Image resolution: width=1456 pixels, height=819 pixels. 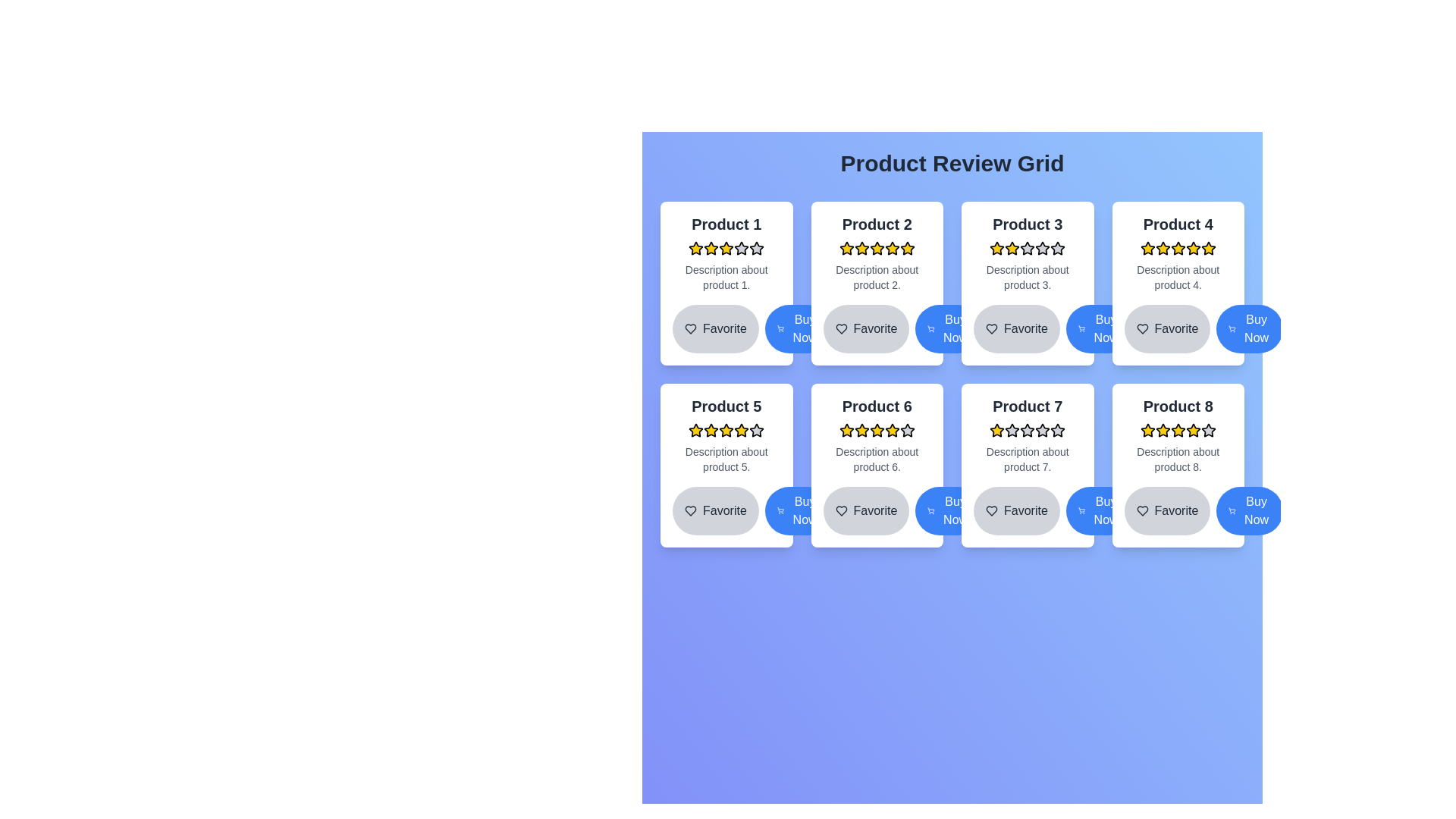 What do you see at coordinates (1177, 430) in the screenshot?
I see `the fifth star icon in the star rating system for 'Product 8', which is located in the bottom-right corner of the grid` at bounding box center [1177, 430].